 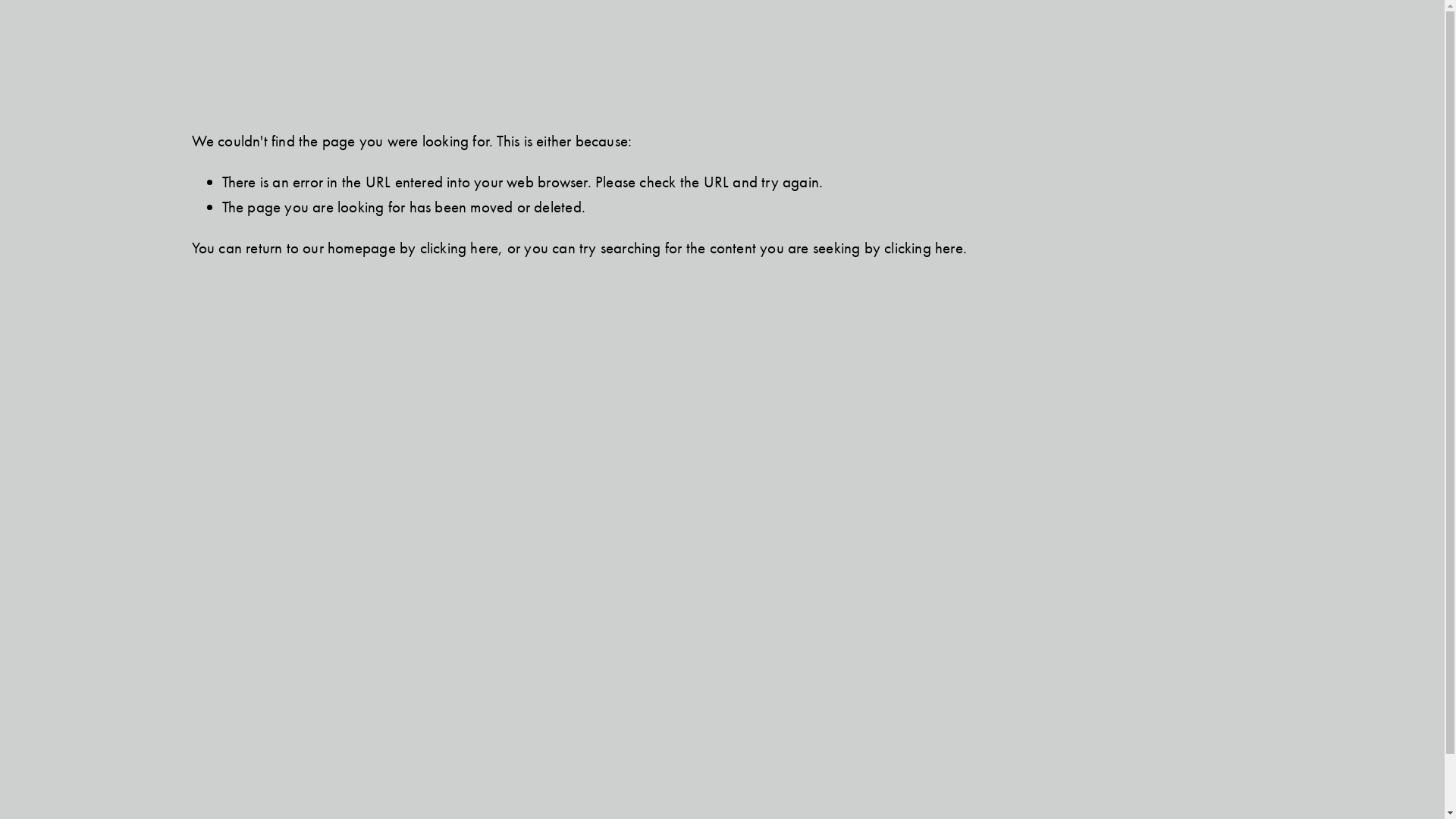 I want to click on 'clicking here', so click(x=458, y=247).